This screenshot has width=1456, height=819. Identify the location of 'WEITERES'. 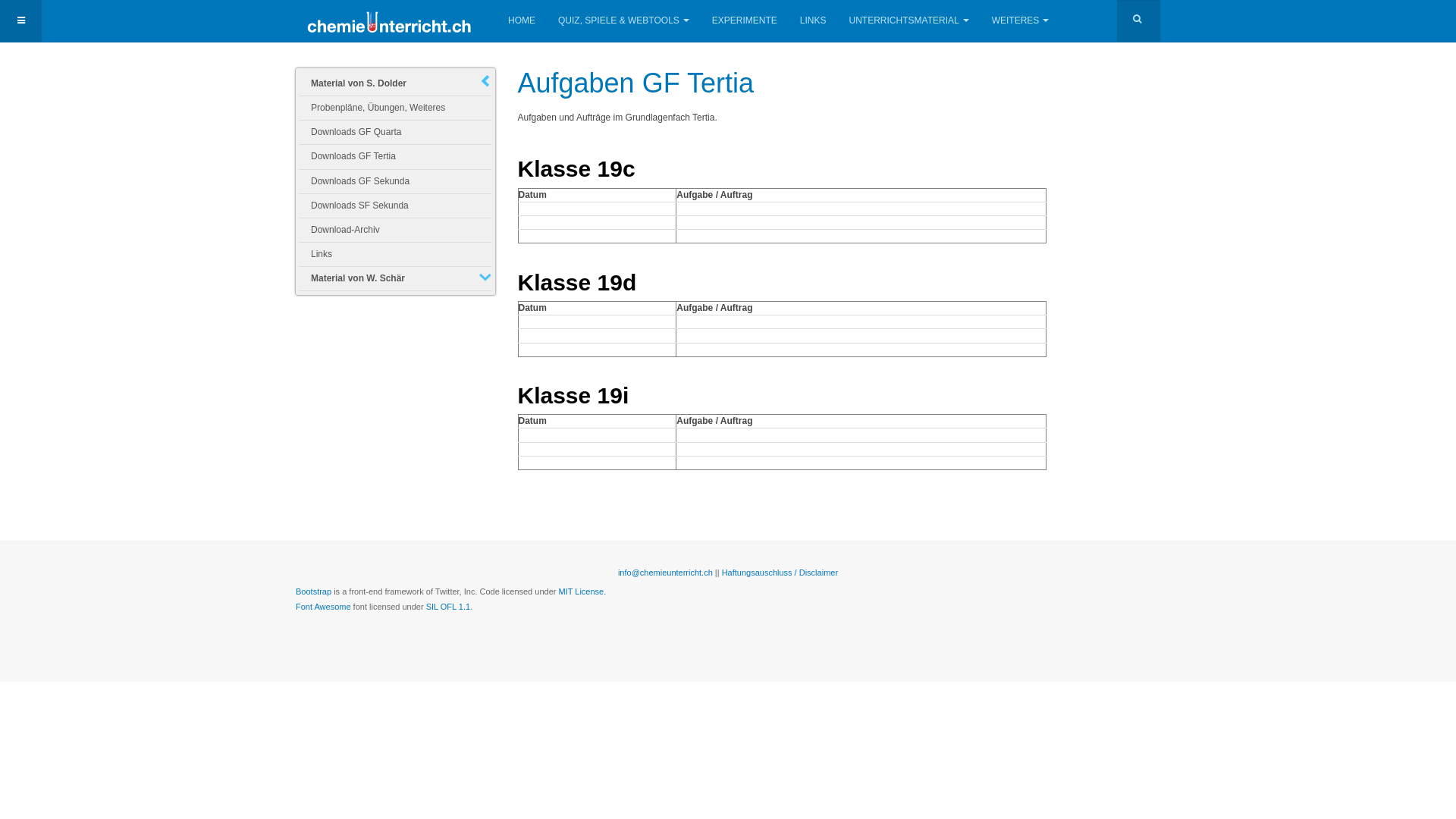
(992, 20).